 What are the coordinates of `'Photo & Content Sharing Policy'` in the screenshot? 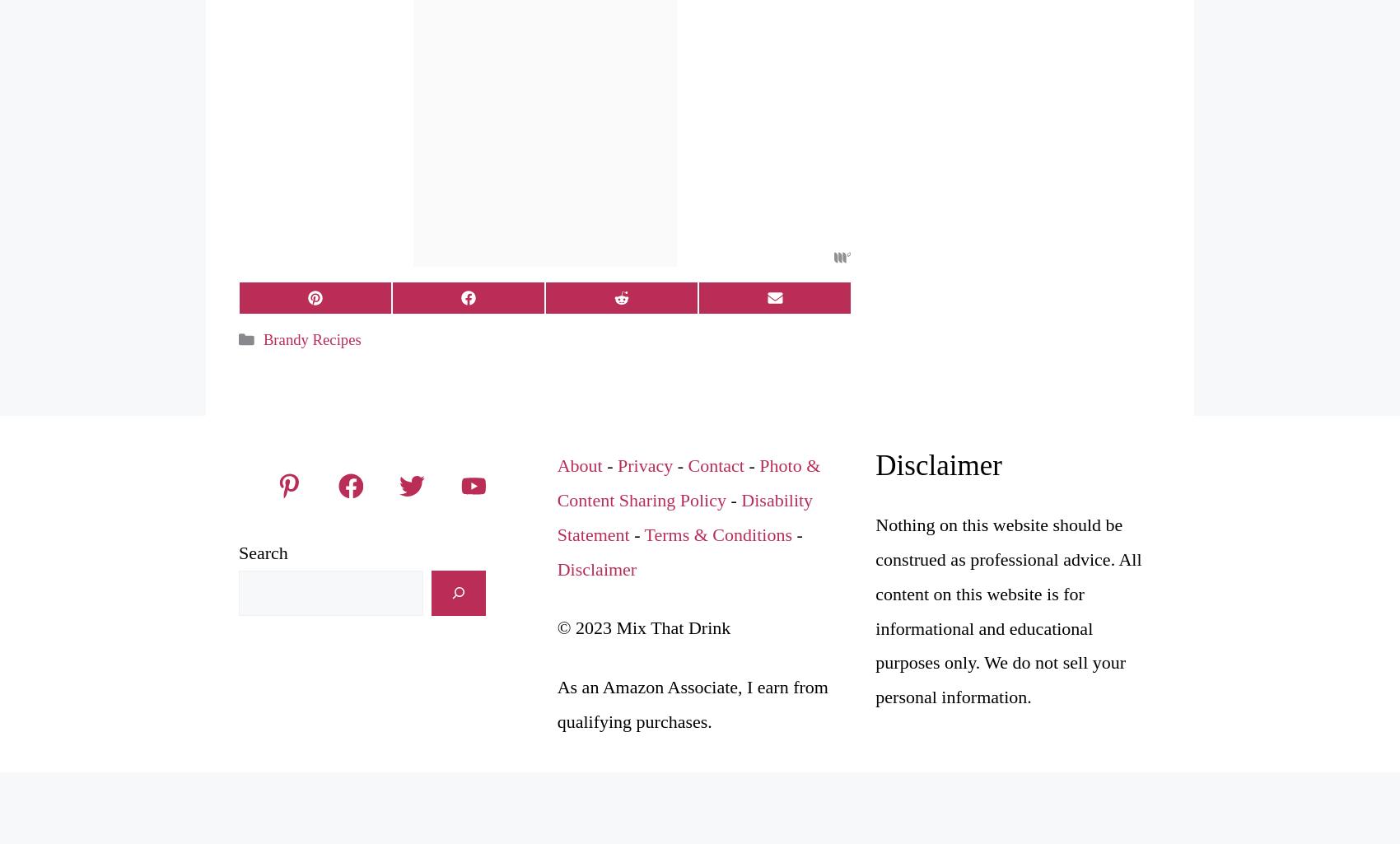 It's located at (688, 482).